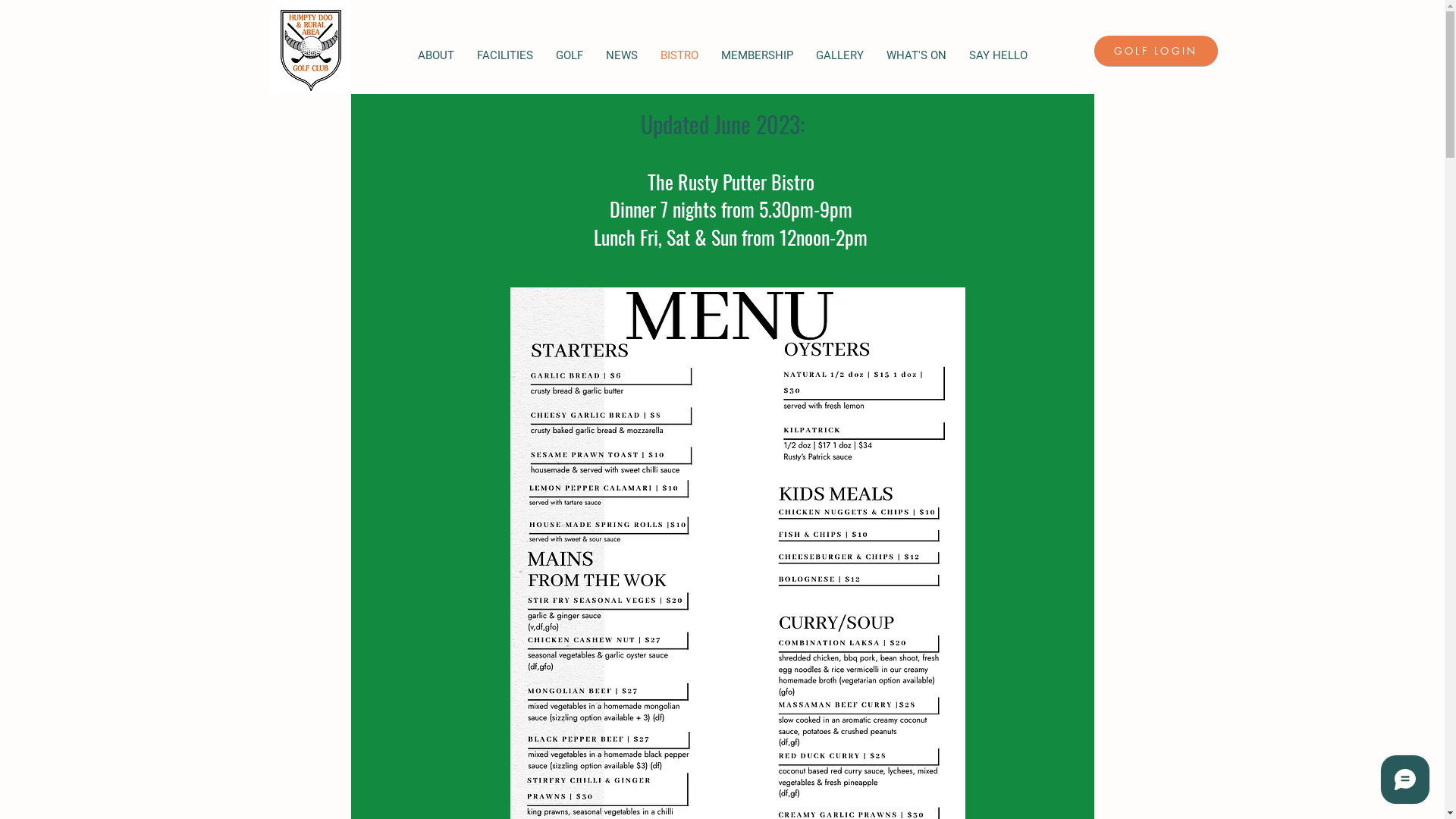 The height and width of the screenshot is (819, 1456). Describe the element at coordinates (757, 55) in the screenshot. I see `'MEMBERSHIP'` at that location.